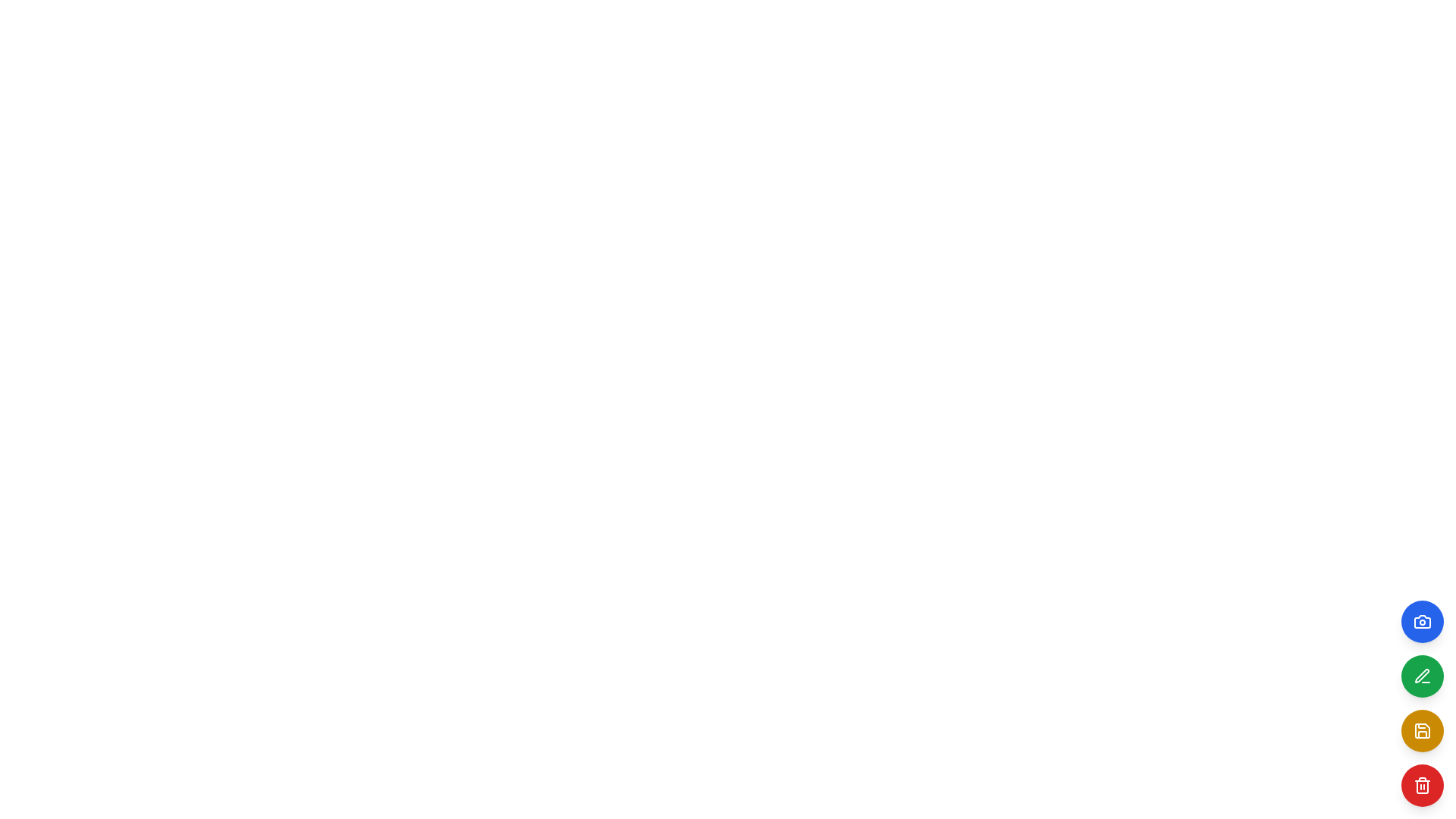 The width and height of the screenshot is (1456, 819). Describe the element at coordinates (1422, 730) in the screenshot. I see `the diskette icon, which is the third button in the vertical menu on the right edge of the interface, to initiate a save action` at that location.